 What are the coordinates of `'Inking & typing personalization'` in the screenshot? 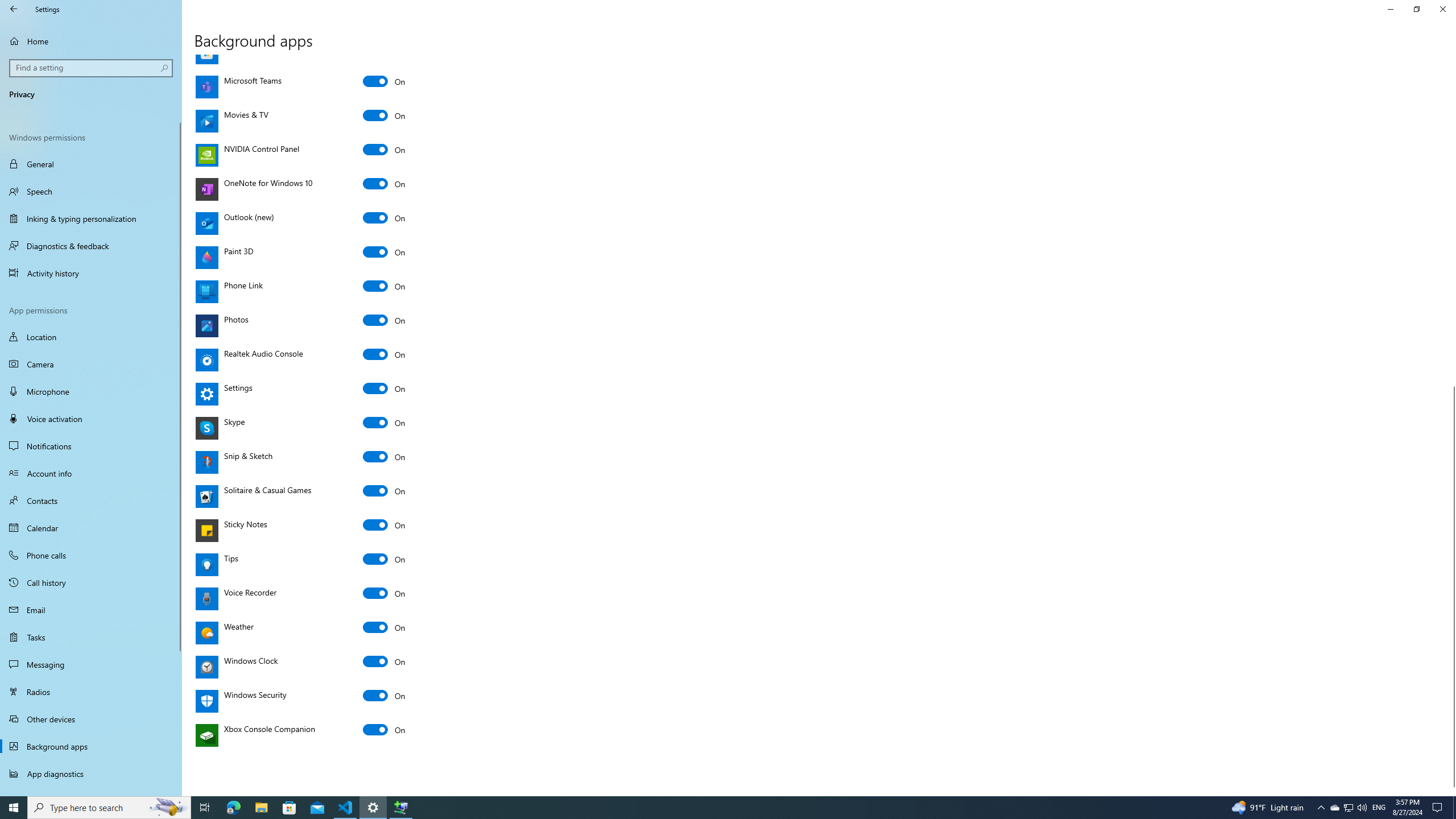 It's located at (90, 217).